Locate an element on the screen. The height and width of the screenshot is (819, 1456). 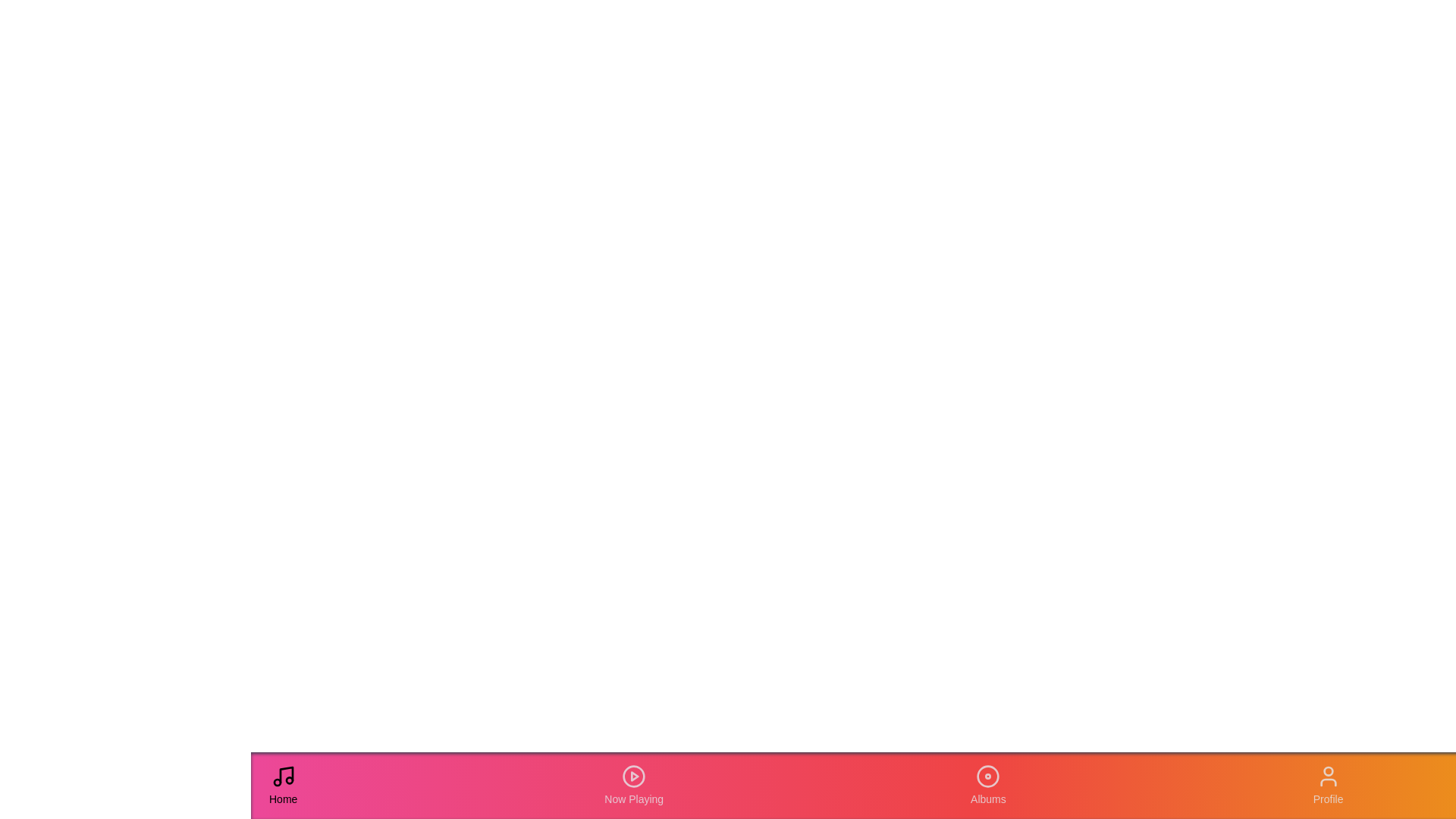
the 'Albums' tab to navigate to the Albums section is located at coordinates (987, 785).